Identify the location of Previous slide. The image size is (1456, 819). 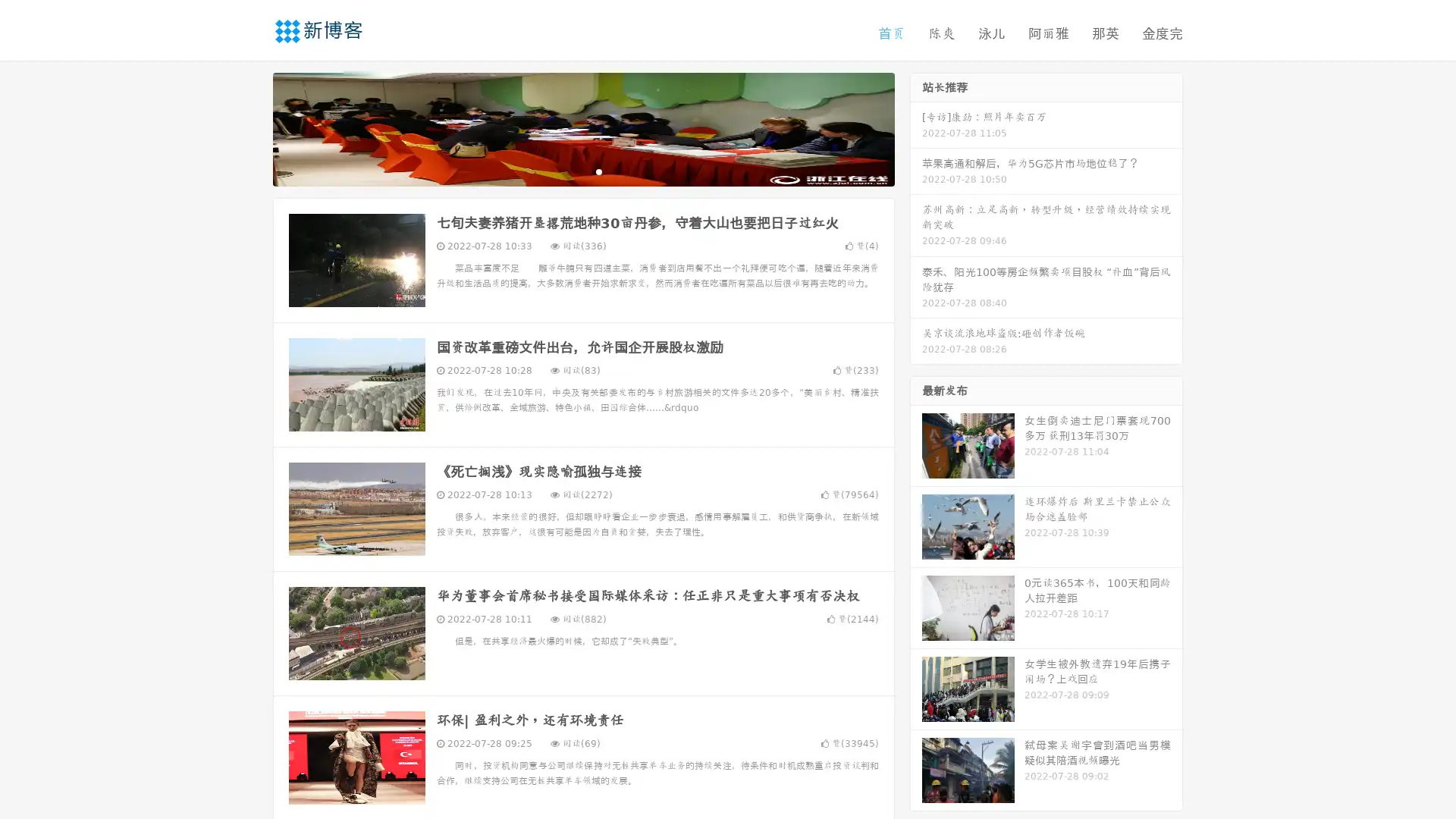
(250, 127).